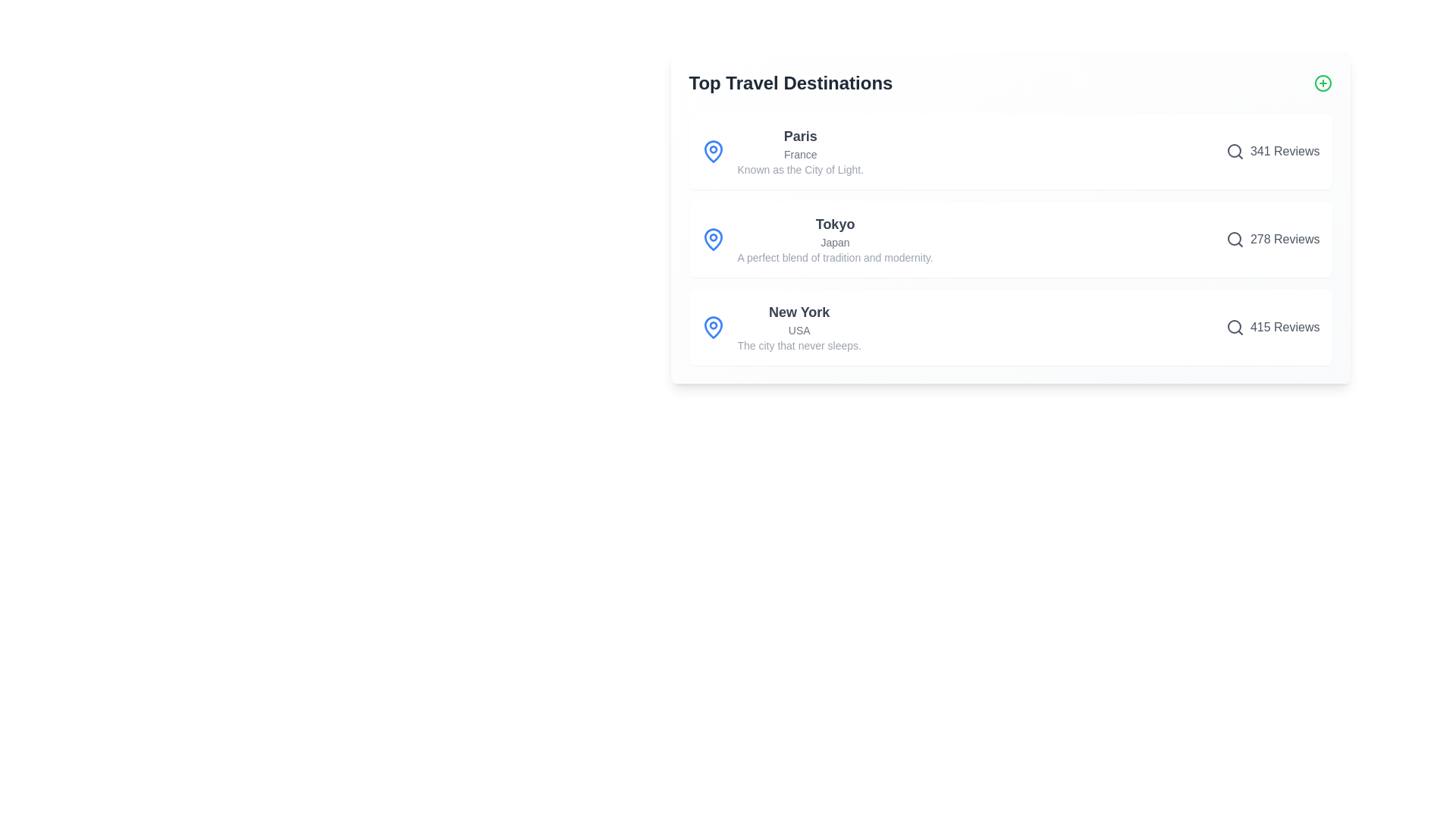 The image size is (1456, 819). What do you see at coordinates (1010, 152) in the screenshot?
I see `the destination item for Paris` at bounding box center [1010, 152].